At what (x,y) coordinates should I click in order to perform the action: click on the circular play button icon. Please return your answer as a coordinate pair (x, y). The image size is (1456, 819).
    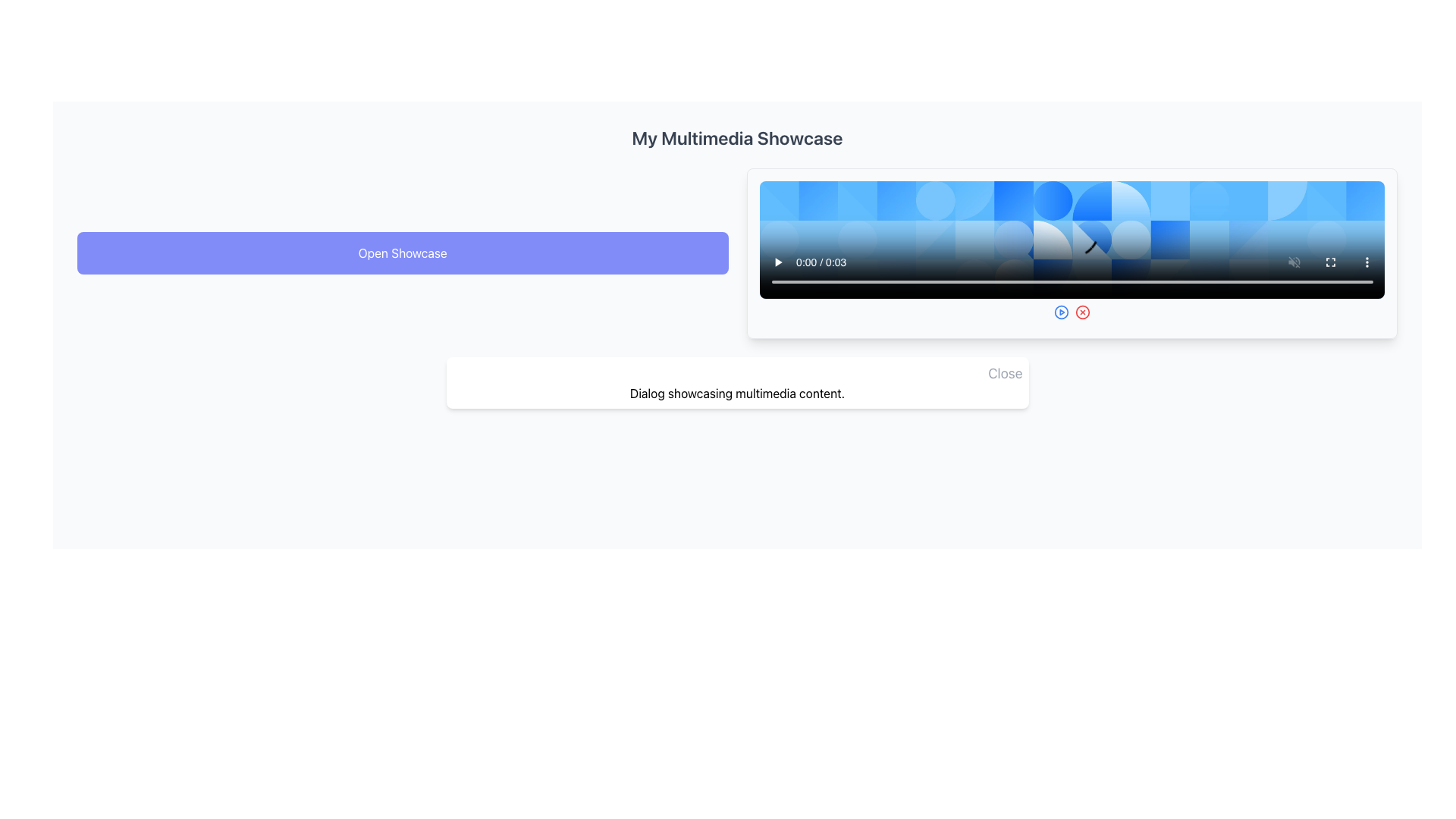
    Looking at the image, I should click on (1060, 311).